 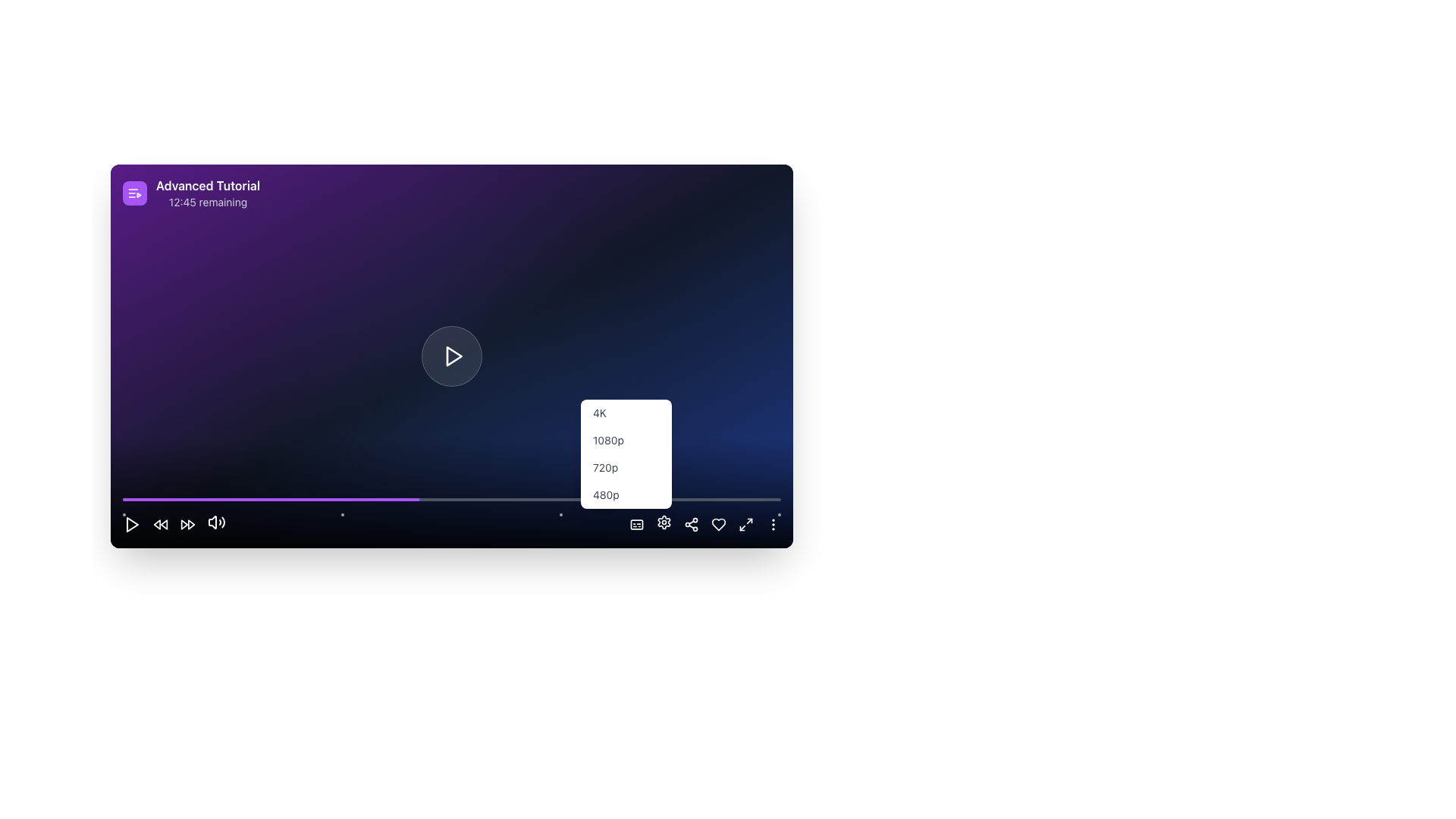 I want to click on the rewind icon, which is represented by two overlapping triangular shapes pointing to the left, located in the bottom horizontal control bar of the media player interface, so click(x=160, y=523).